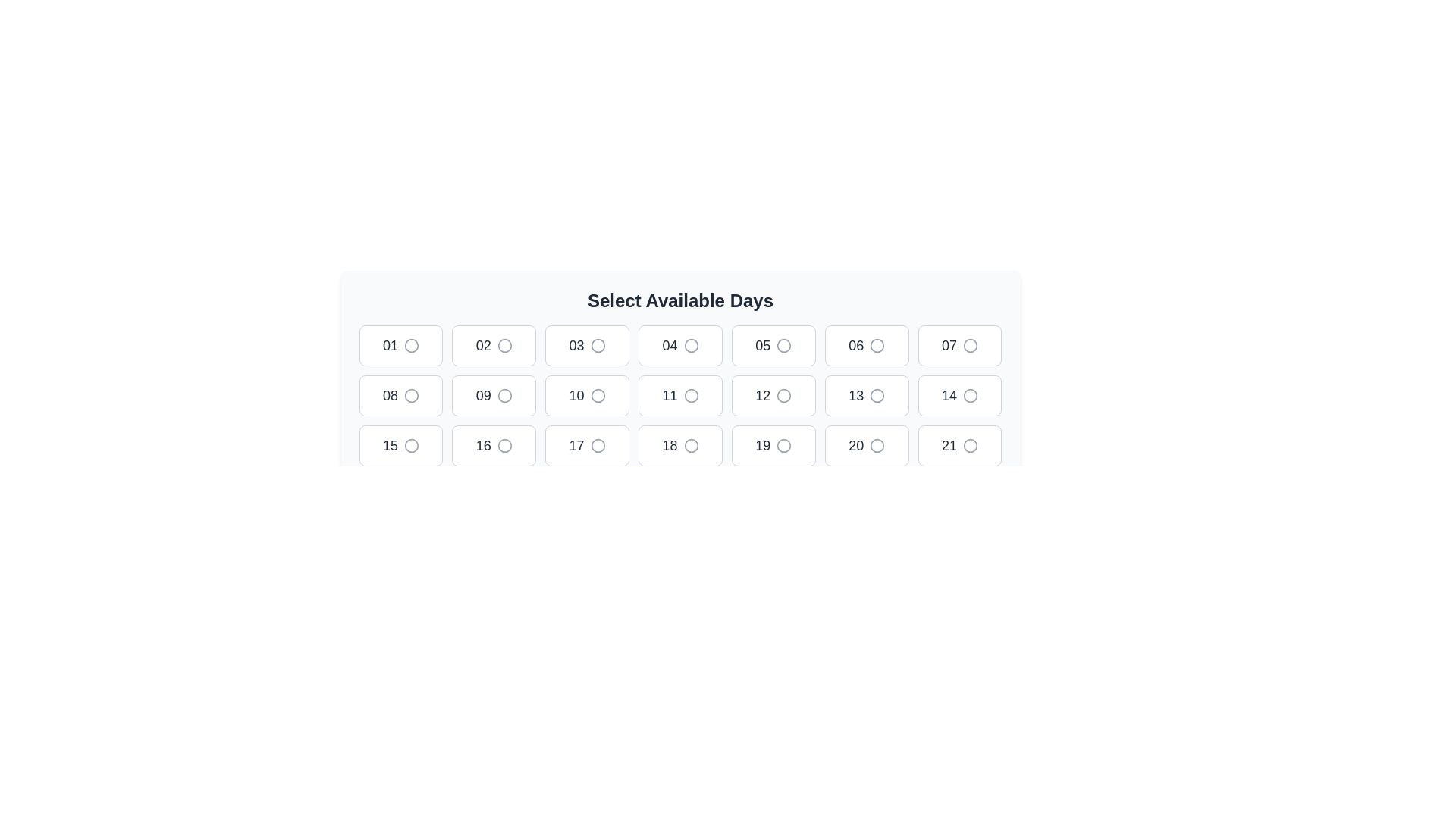 Image resolution: width=1456 pixels, height=819 pixels. What do you see at coordinates (482, 394) in the screenshot?
I see `displayed number '09' from the text label within the selectable options under 'Select Available Days.'` at bounding box center [482, 394].